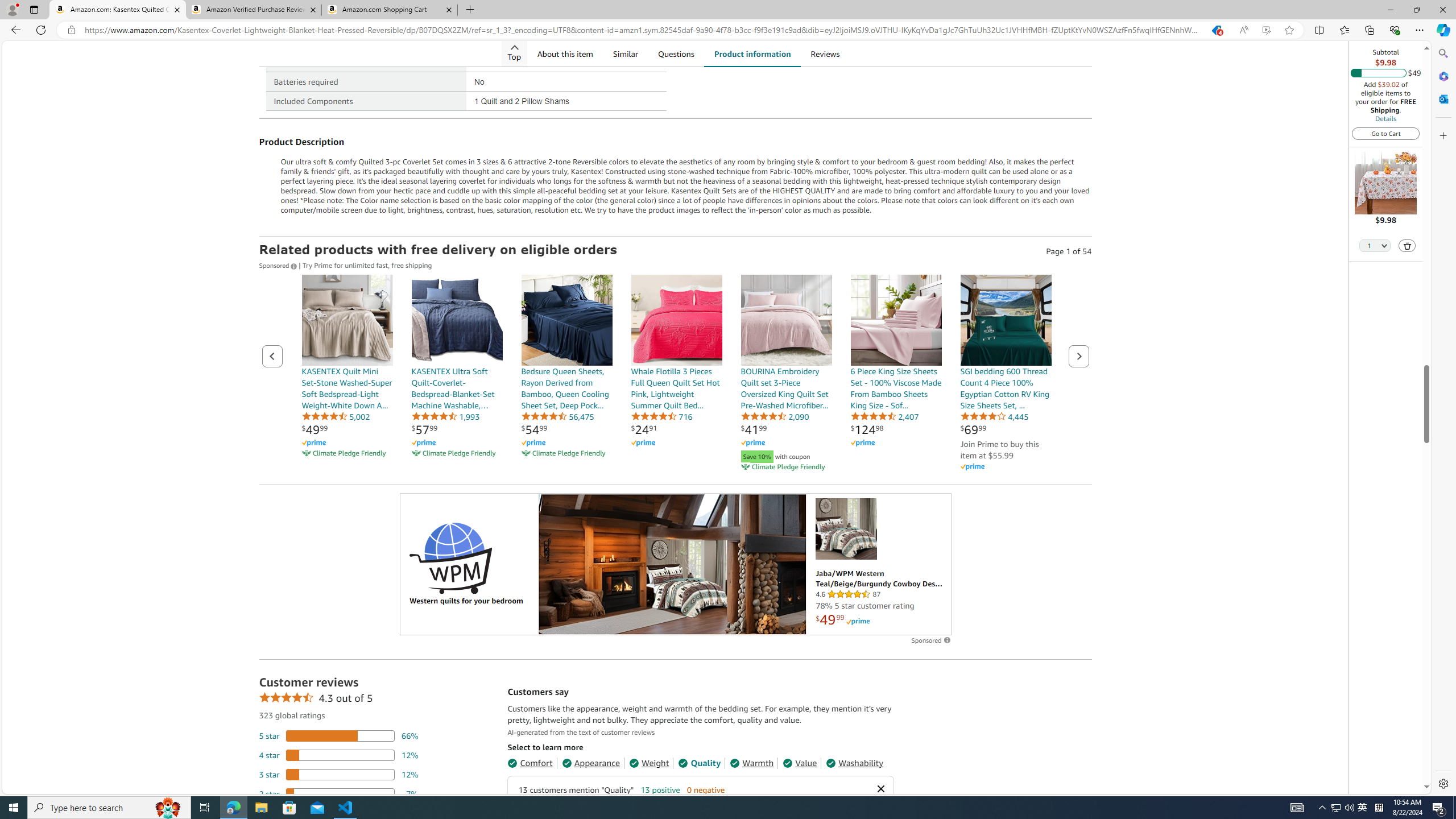 Image resolution: width=1456 pixels, height=819 pixels. I want to click on '66 percent of reviews have 5 stars', so click(338, 735).